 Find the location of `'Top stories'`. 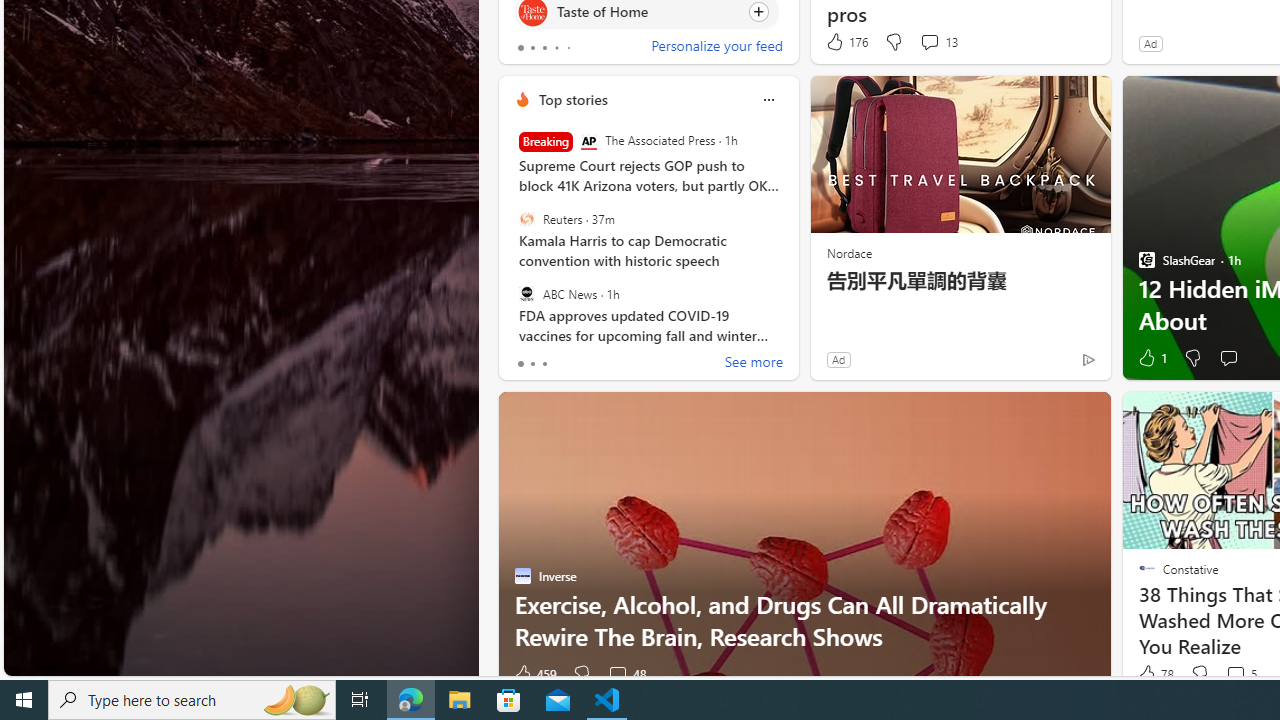

'Top stories' is located at coordinates (571, 99).